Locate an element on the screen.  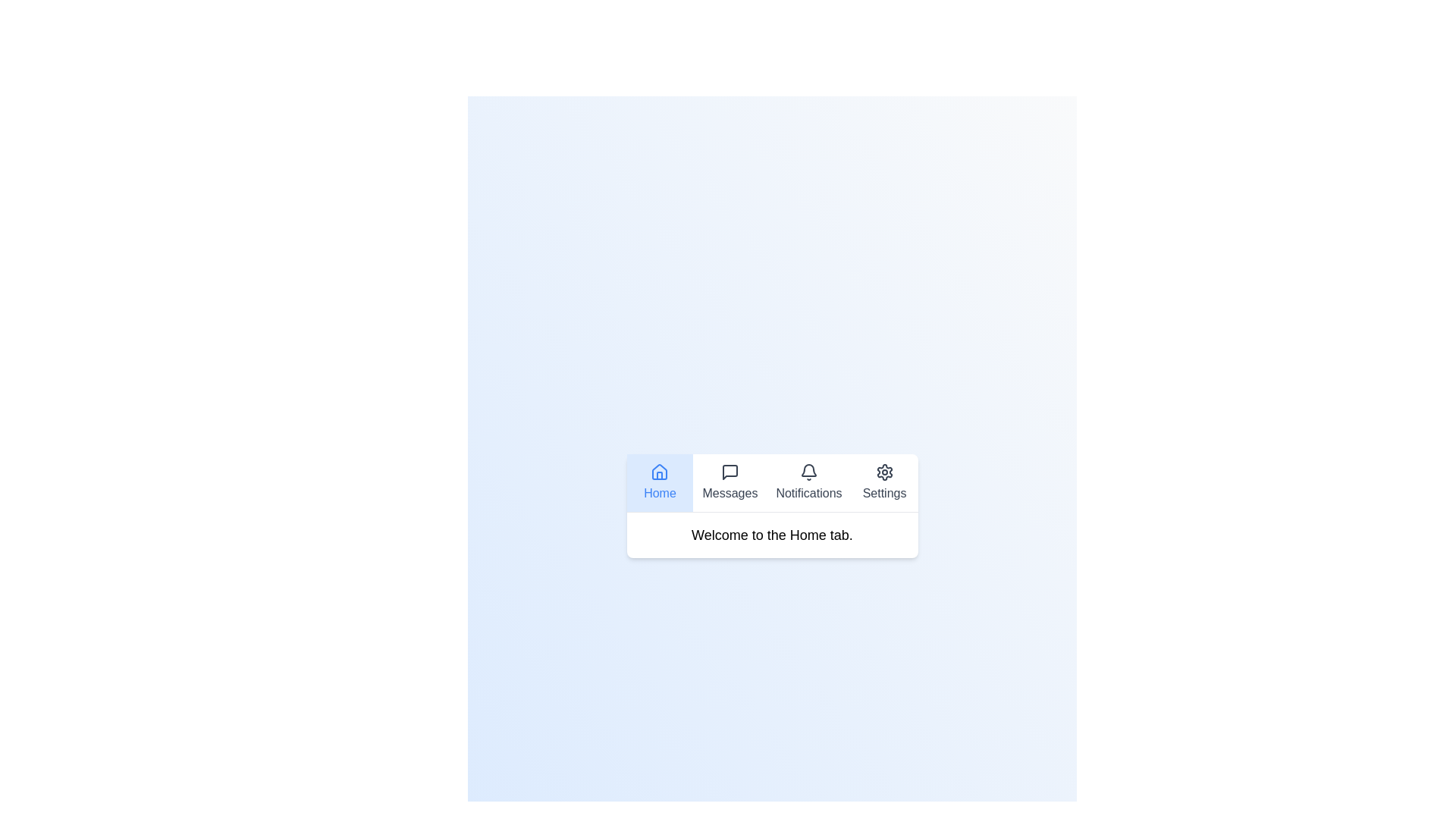
the 'Notifications' icon, which is a bell-shaped icon located in the tab bar section near the center bottom of the interface is located at coordinates (808, 469).